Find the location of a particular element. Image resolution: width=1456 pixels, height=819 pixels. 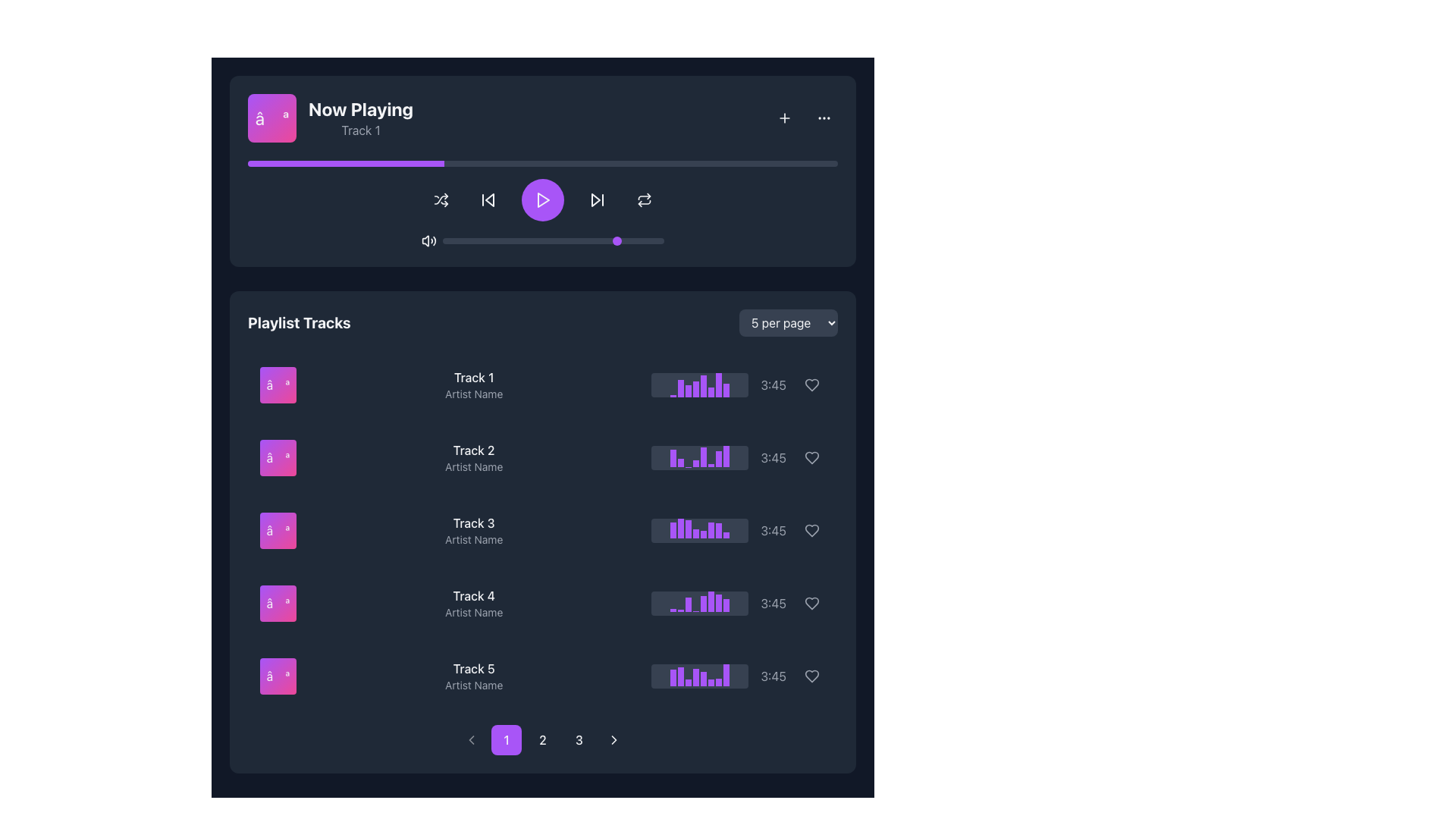

the fourth bar in the bar chart that represents a metric in the playlist interface is located at coordinates (695, 676).